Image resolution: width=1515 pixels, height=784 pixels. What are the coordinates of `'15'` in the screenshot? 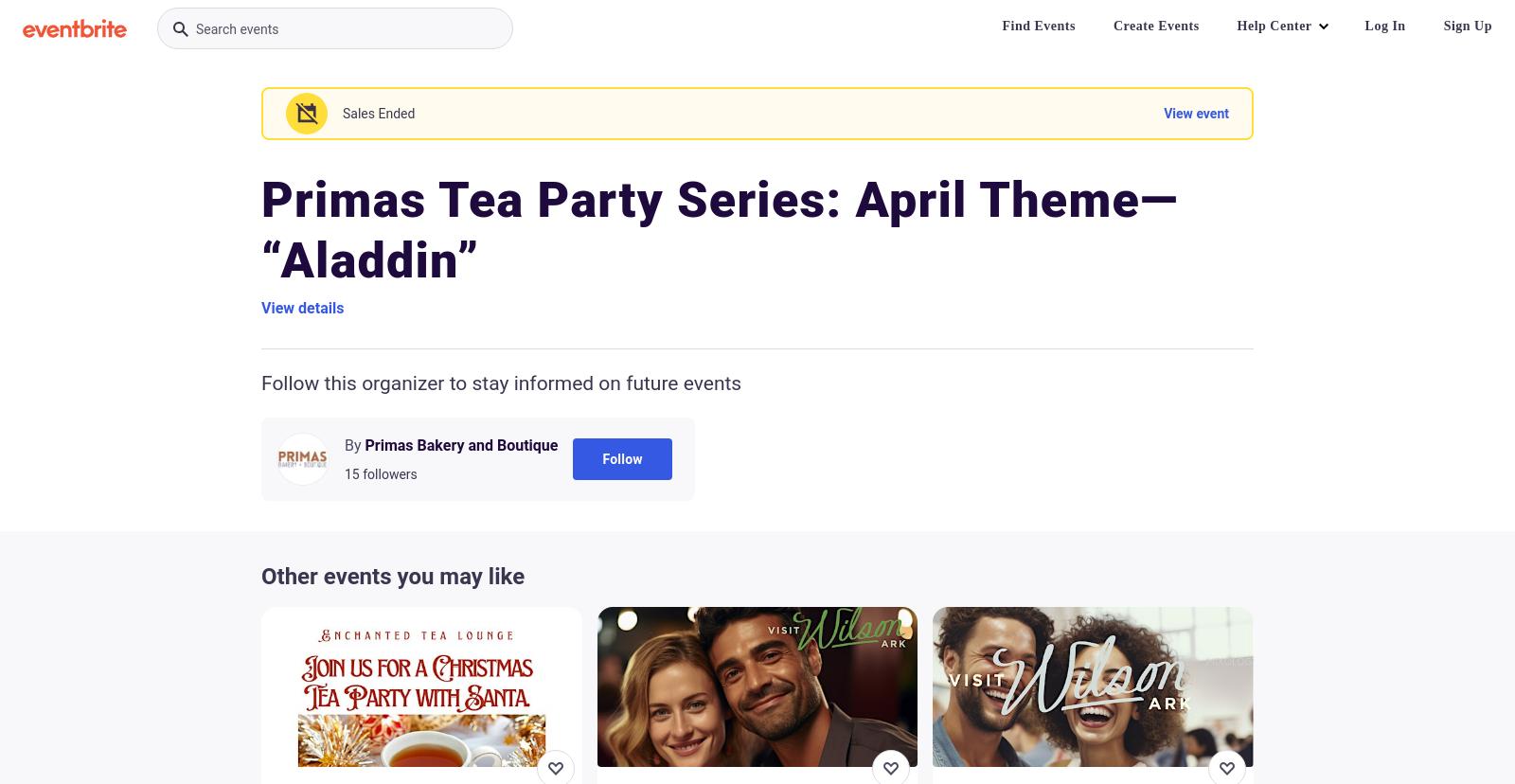 It's located at (351, 474).